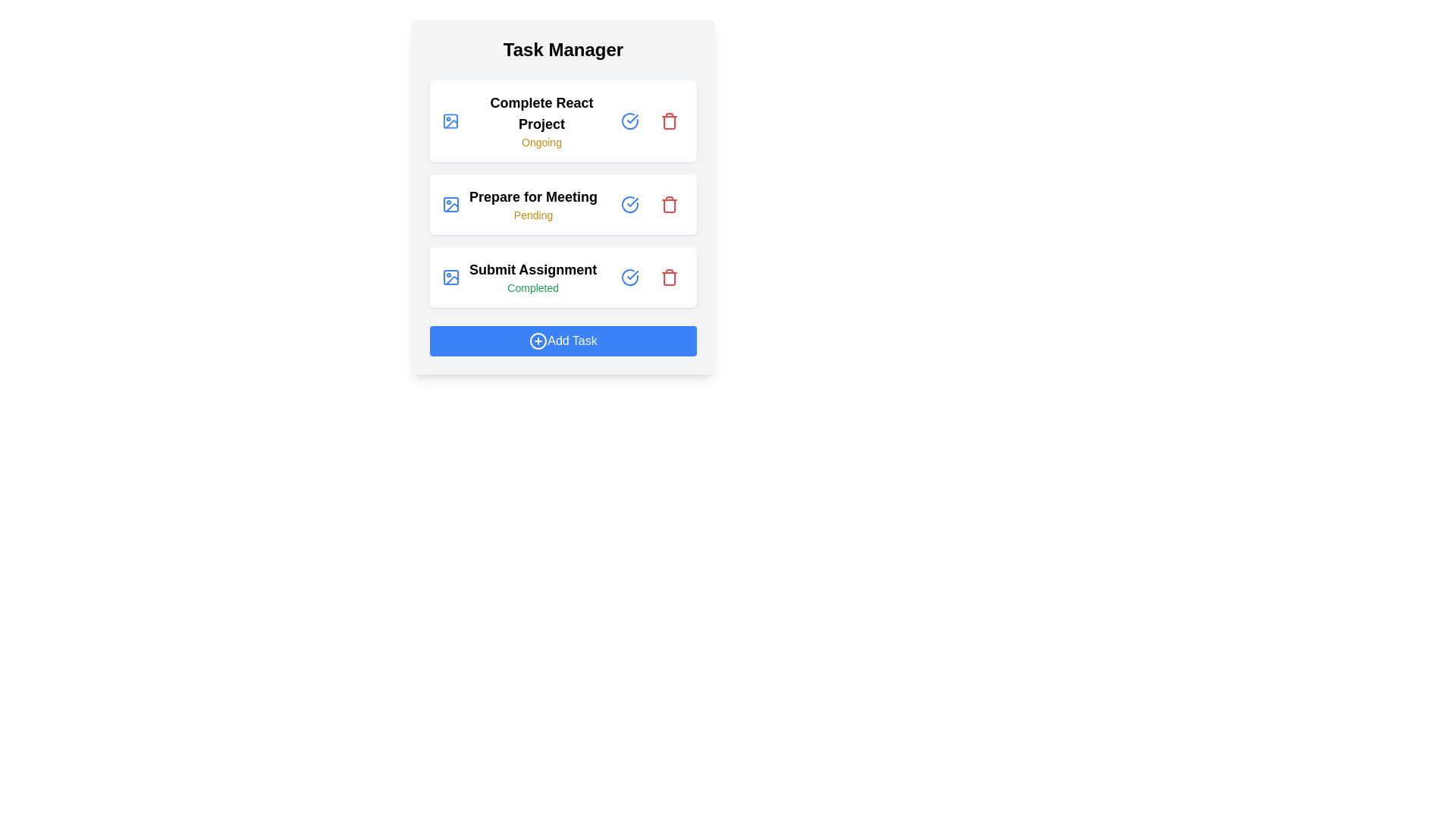  What do you see at coordinates (563, 341) in the screenshot?
I see `the 'Add Task' button to add a new task` at bounding box center [563, 341].